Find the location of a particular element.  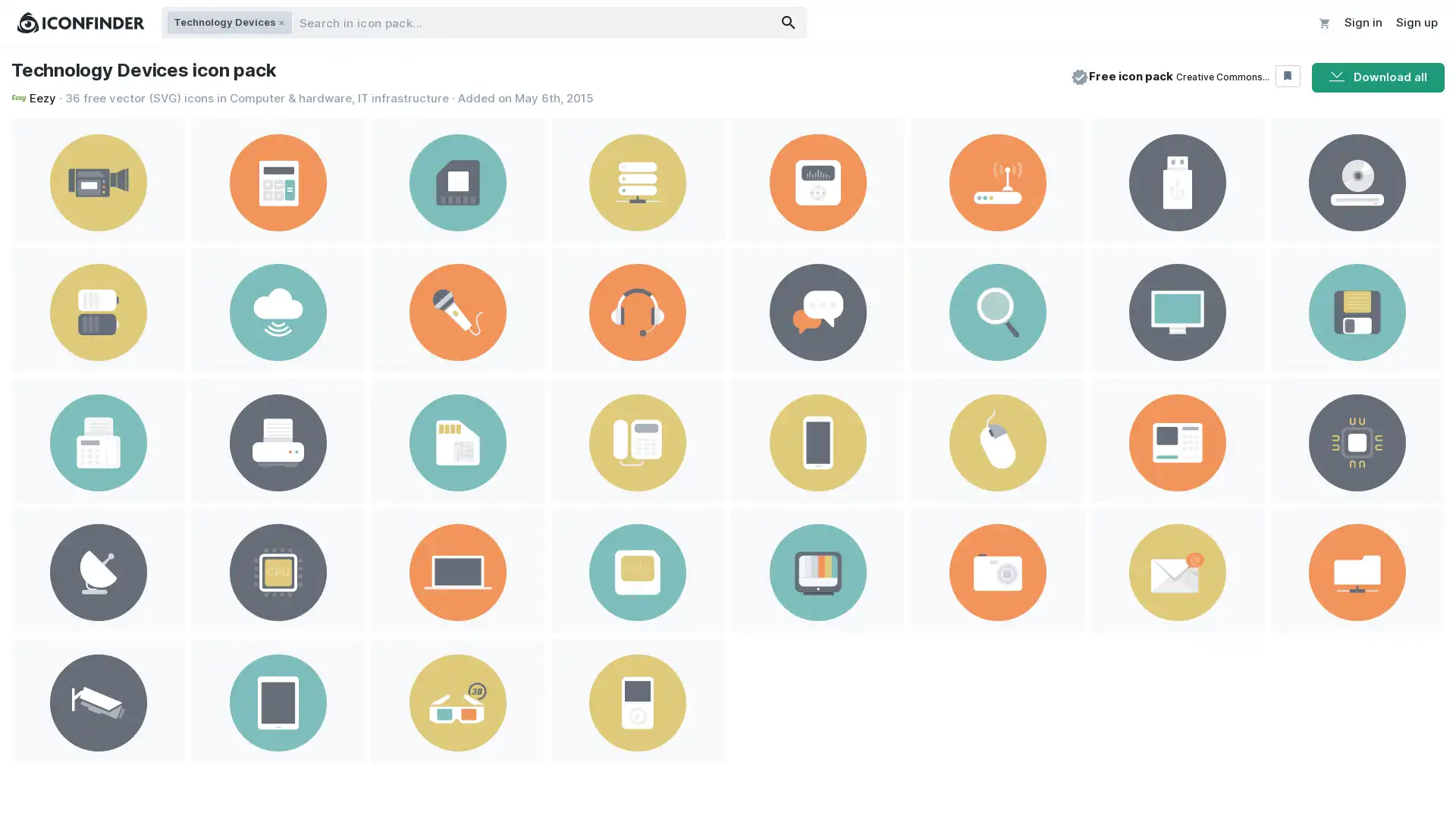

Download all is located at coordinates (1378, 77).